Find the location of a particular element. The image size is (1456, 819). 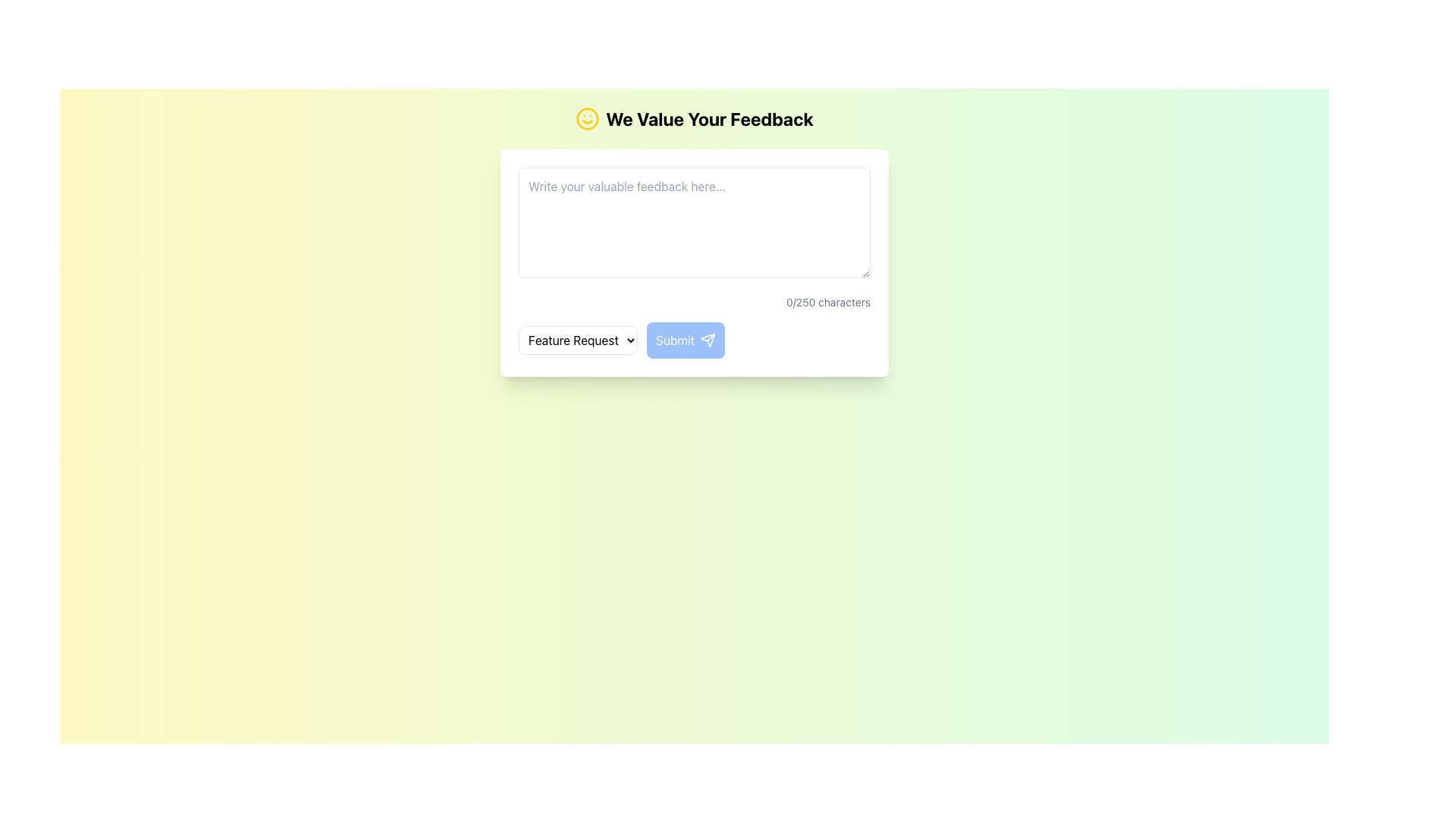

the static text with icon that serves as the title for the feedback form, located at the top center of the interface is located at coordinates (694, 118).